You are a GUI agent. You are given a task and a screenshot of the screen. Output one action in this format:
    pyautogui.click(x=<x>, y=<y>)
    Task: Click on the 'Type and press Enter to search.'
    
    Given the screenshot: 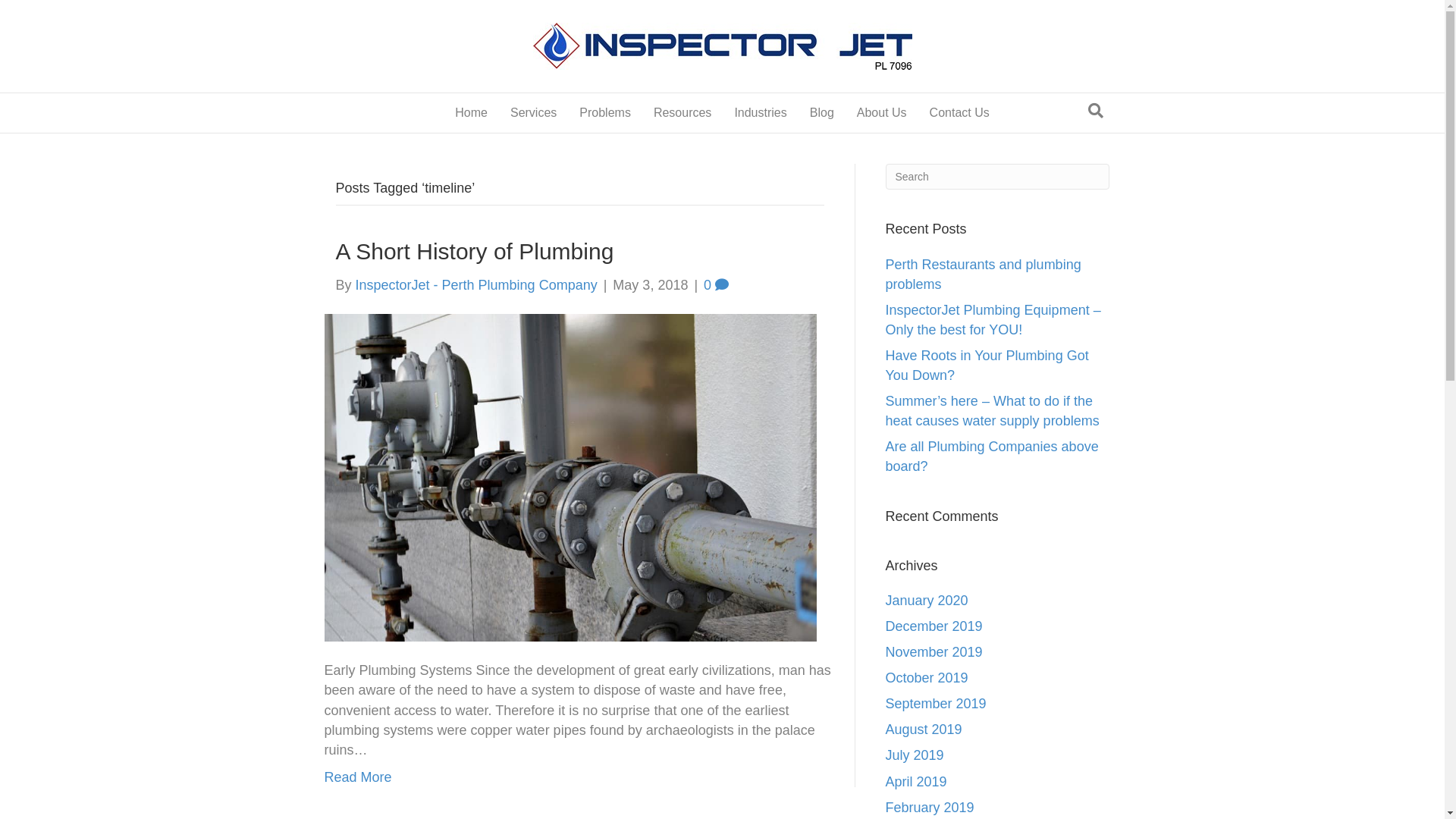 What is the action you would take?
    pyautogui.click(x=997, y=175)
    